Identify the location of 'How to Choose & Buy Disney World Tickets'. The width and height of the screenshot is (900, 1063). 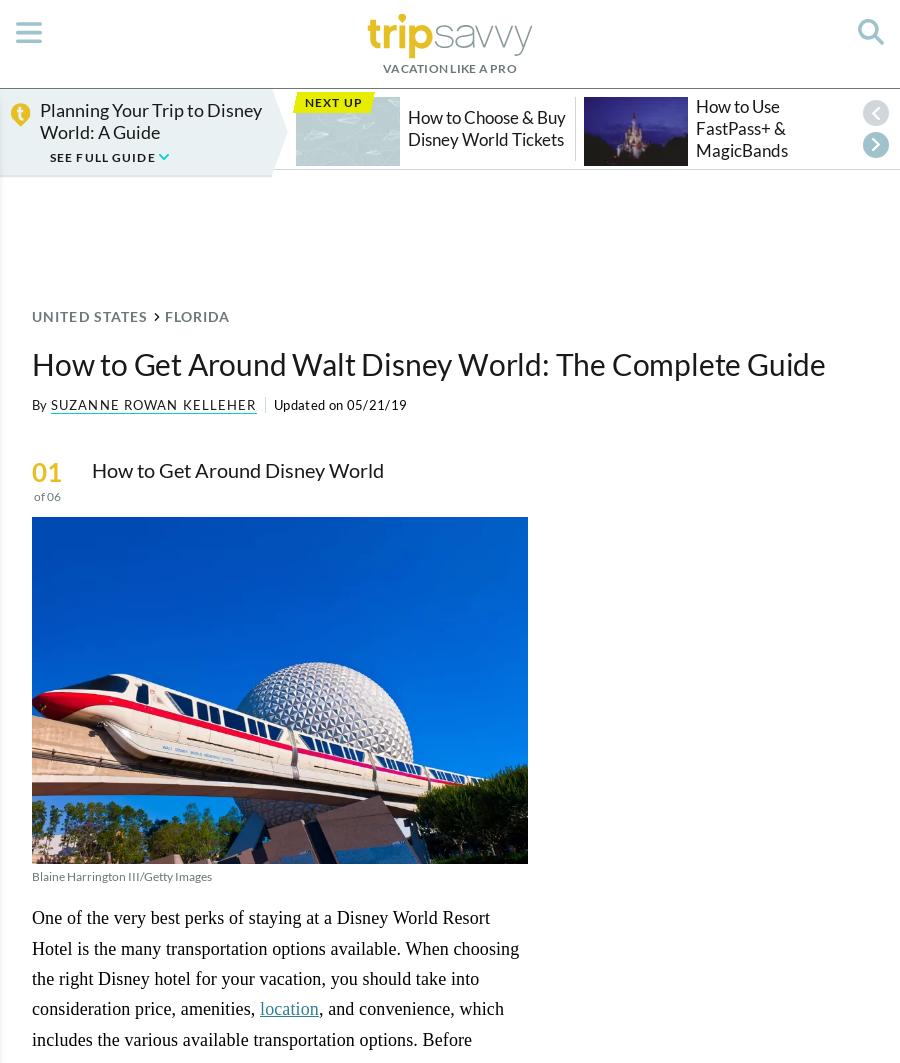
(485, 127).